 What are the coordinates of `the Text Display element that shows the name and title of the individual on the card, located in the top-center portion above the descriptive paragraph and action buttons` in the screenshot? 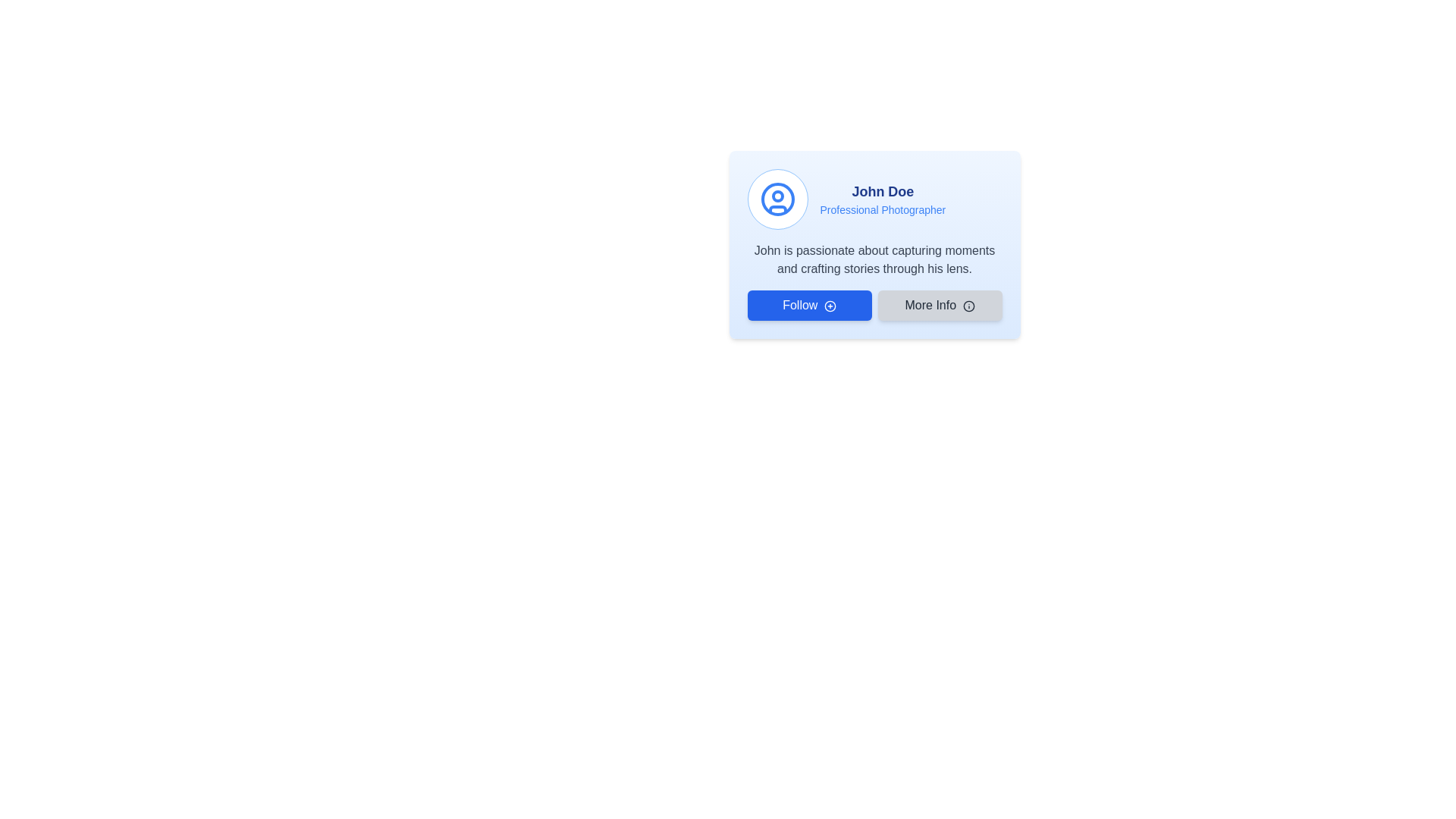 It's located at (883, 198).